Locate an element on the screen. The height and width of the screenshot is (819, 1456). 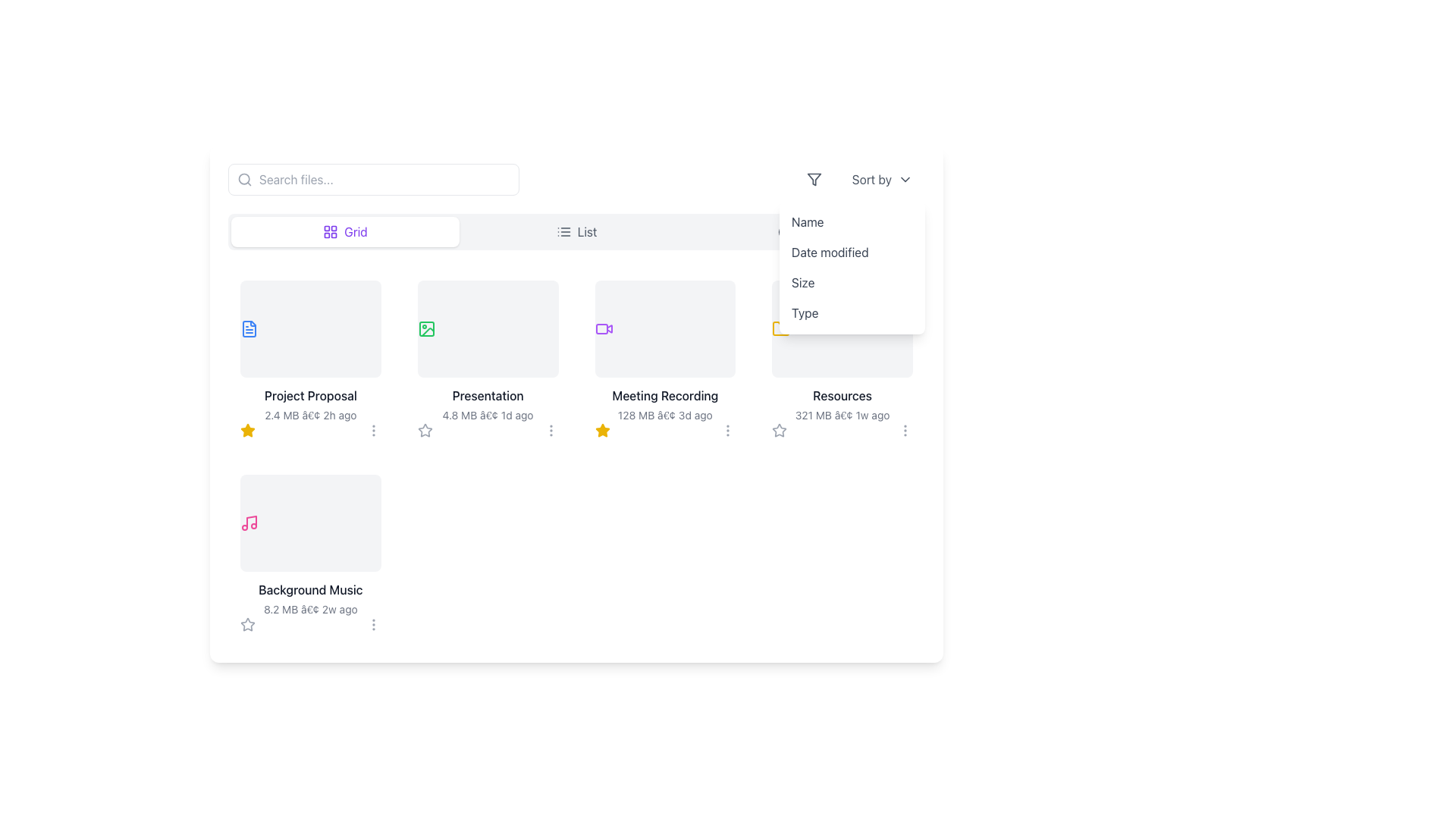
the Text block with metadata that provides information about the file named 'Presentation', including file size and last modification time is located at coordinates (488, 403).